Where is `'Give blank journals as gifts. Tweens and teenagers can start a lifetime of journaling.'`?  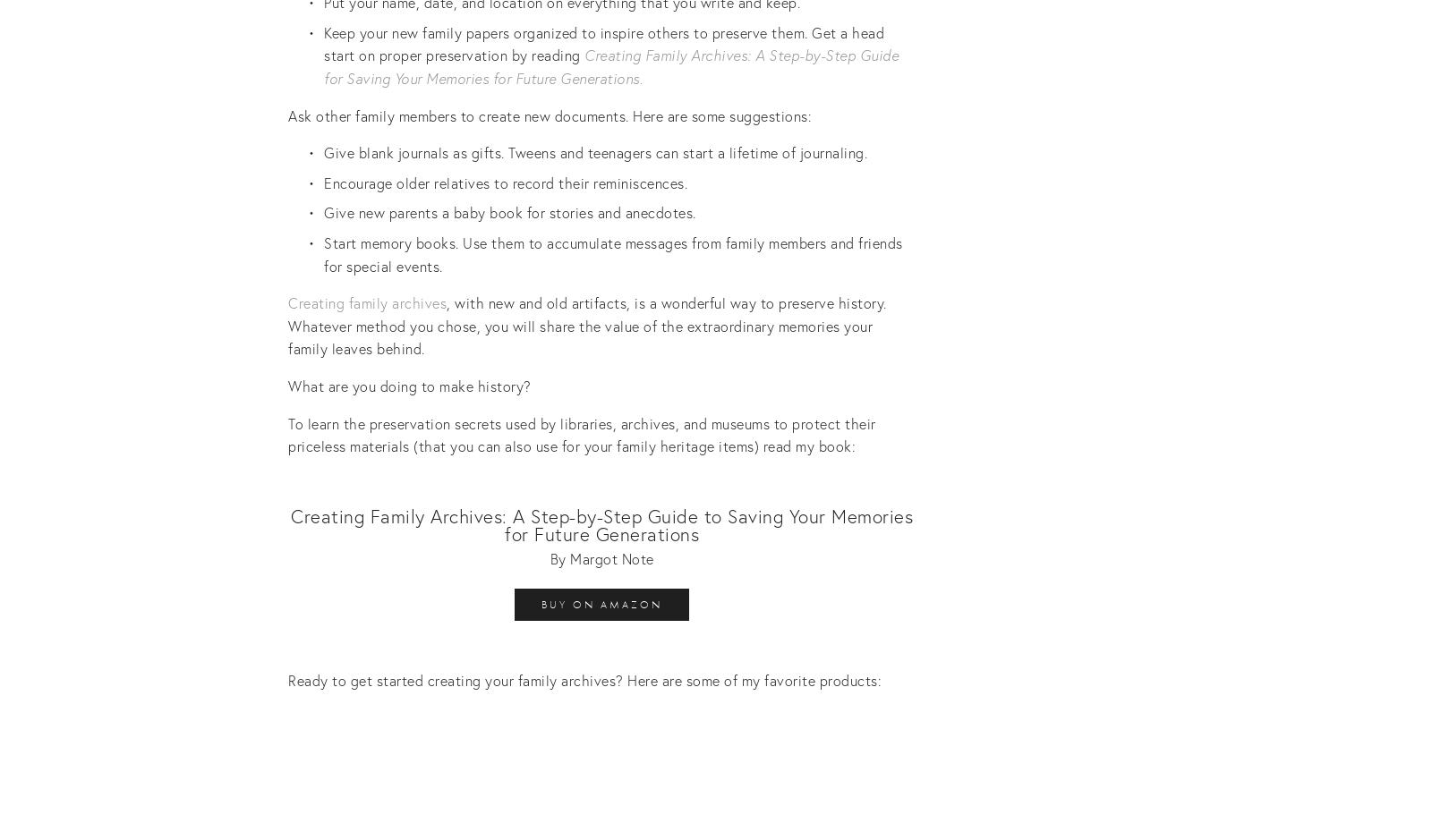 'Give blank journals as gifts. Tweens and teenagers can start a lifetime of journaling.' is located at coordinates (324, 152).